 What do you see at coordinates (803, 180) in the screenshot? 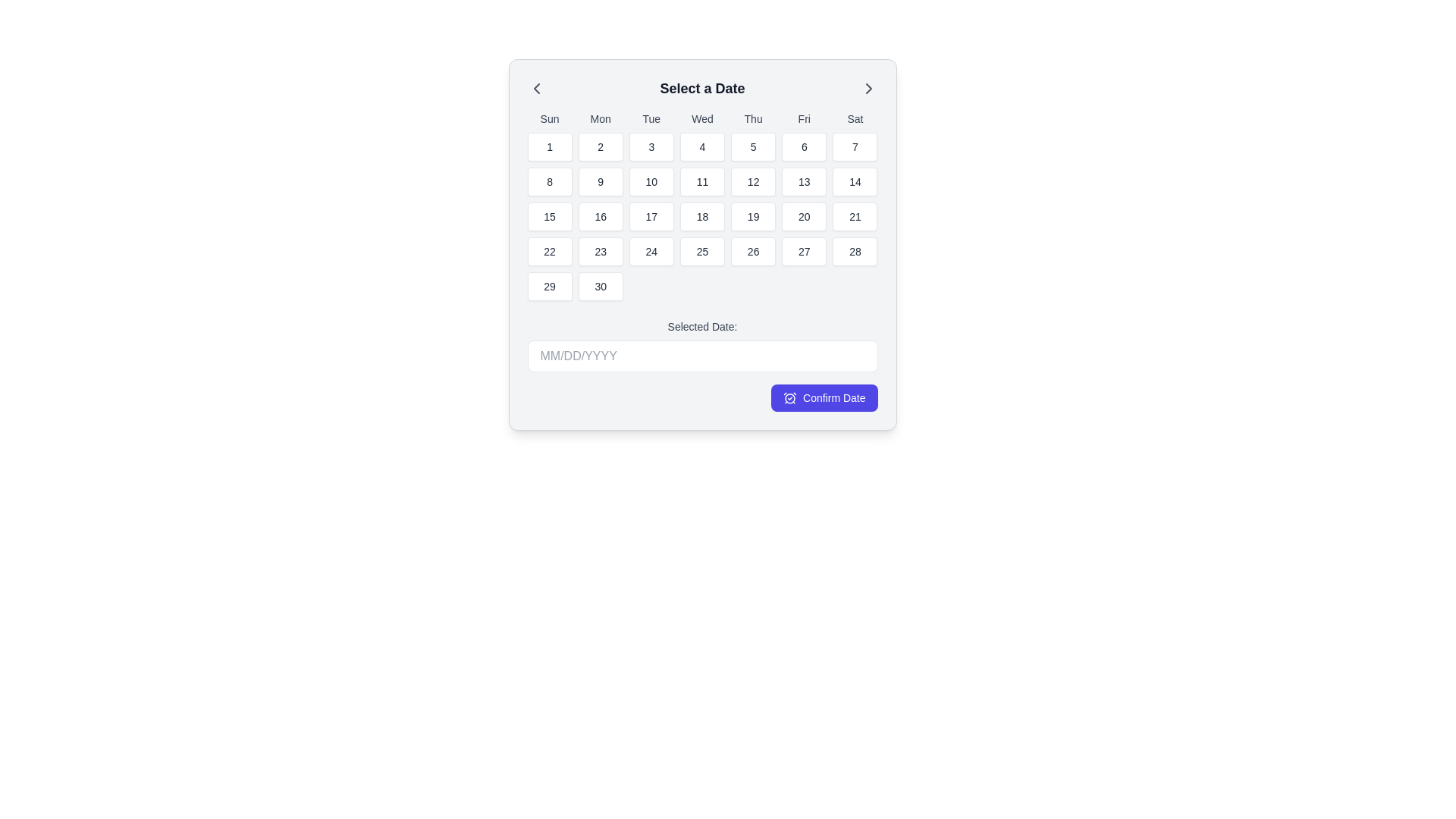
I see `the button labeled '13' in the calendar grid for Friday` at bounding box center [803, 180].